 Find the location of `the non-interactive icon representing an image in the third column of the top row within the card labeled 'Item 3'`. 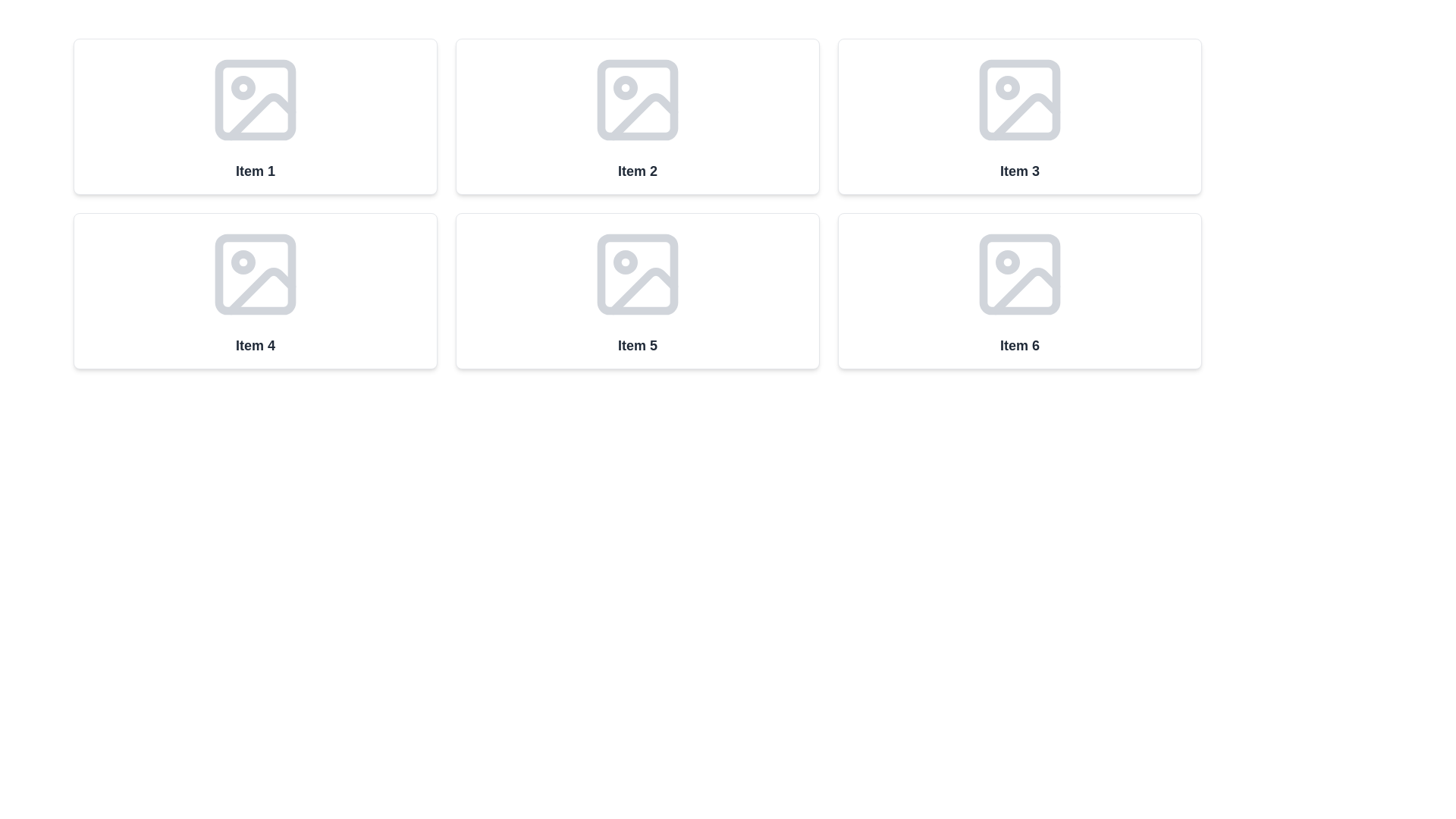

the non-interactive icon representing an image in the third column of the top row within the card labeled 'Item 3' is located at coordinates (1019, 99).